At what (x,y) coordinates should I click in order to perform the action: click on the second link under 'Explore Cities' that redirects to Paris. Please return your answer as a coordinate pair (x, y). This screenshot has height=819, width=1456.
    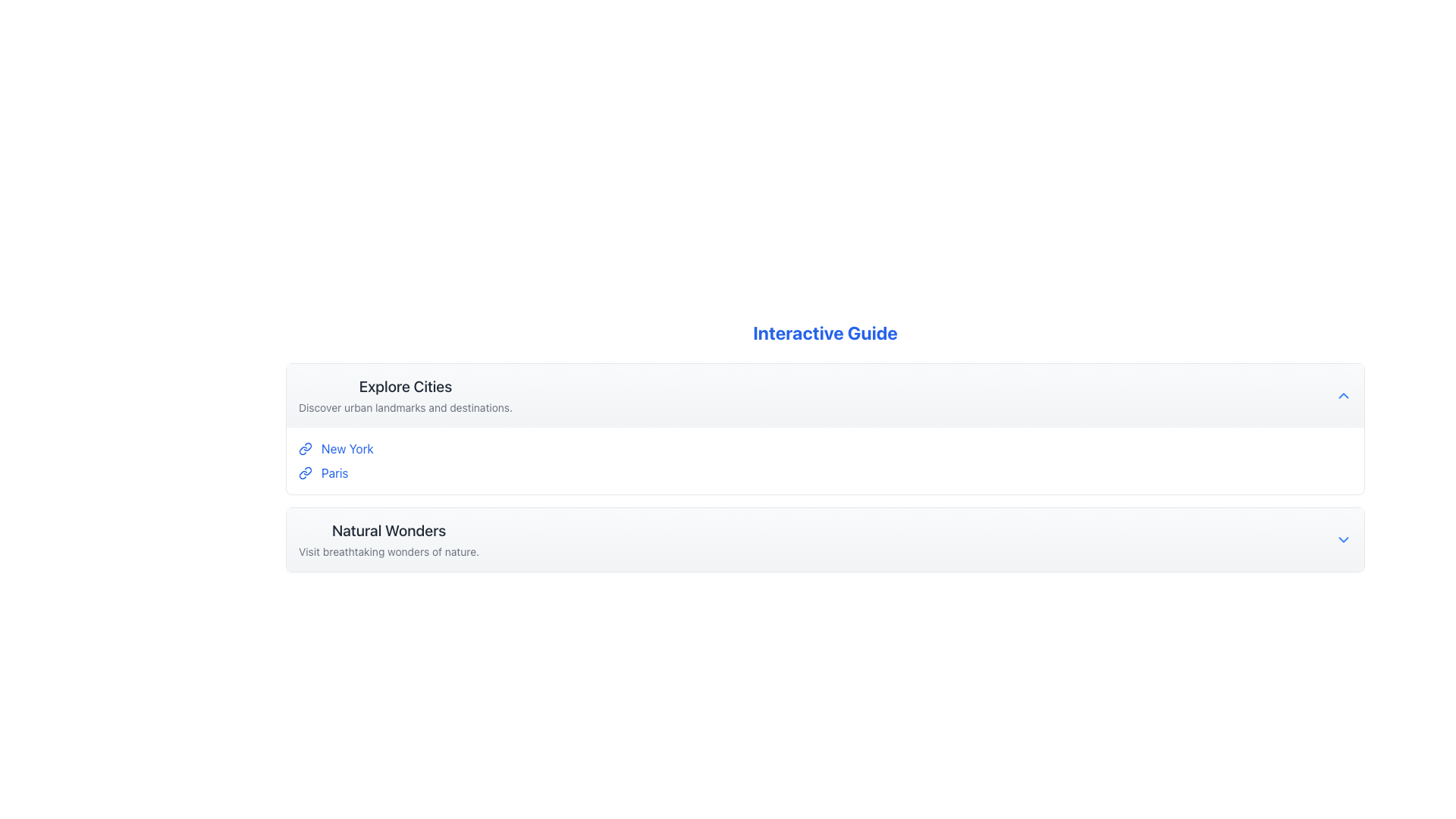
    Looking at the image, I should click on (334, 472).